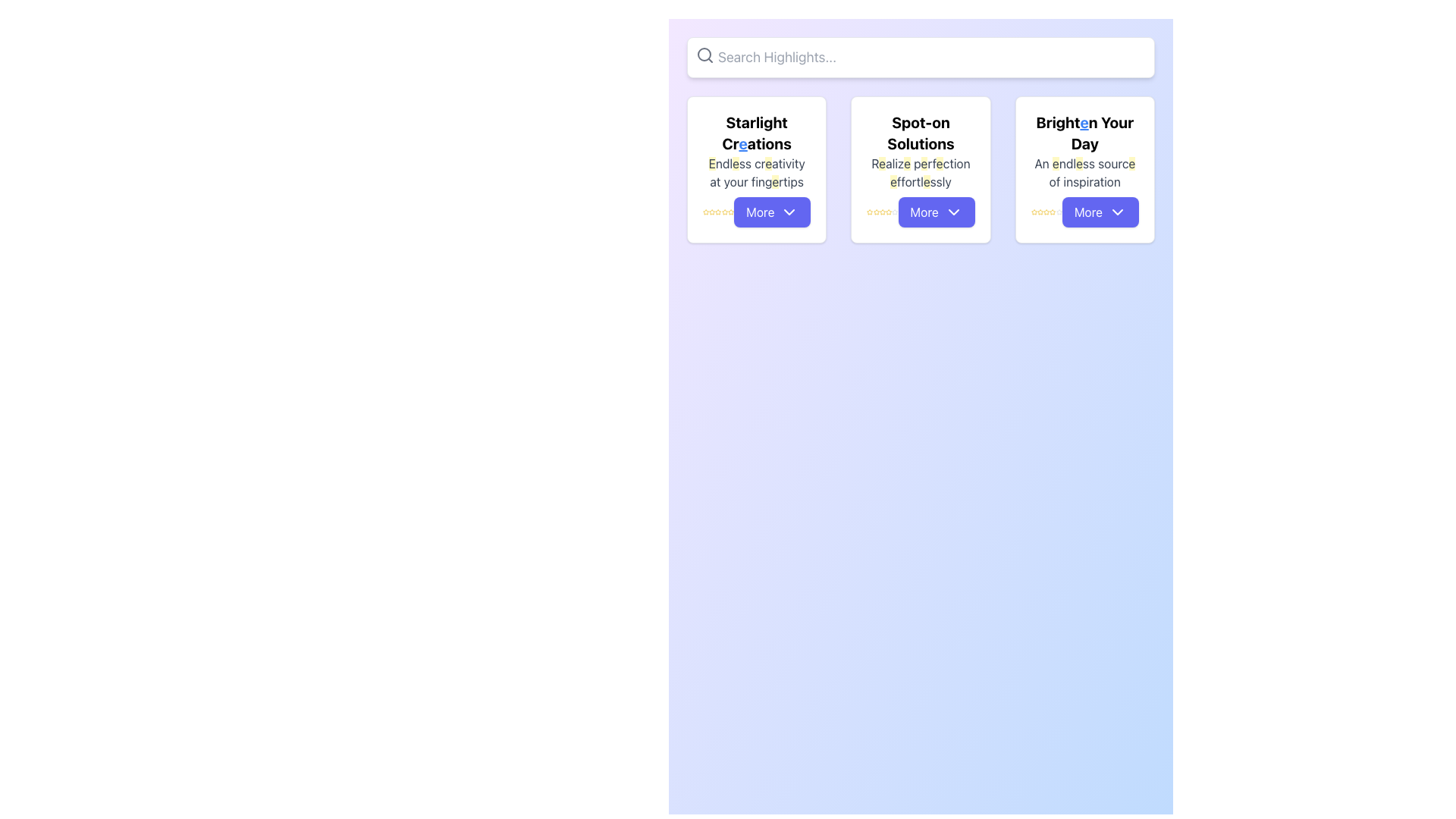 Image resolution: width=1456 pixels, height=819 pixels. What do you see at coordinates (936, 212) in the screenshot?
I see `the 'More' button with rounded edges, blue background, and white text located at the bottom of the 'Spot-on Solutions' card` at bounding box center [936, 212].